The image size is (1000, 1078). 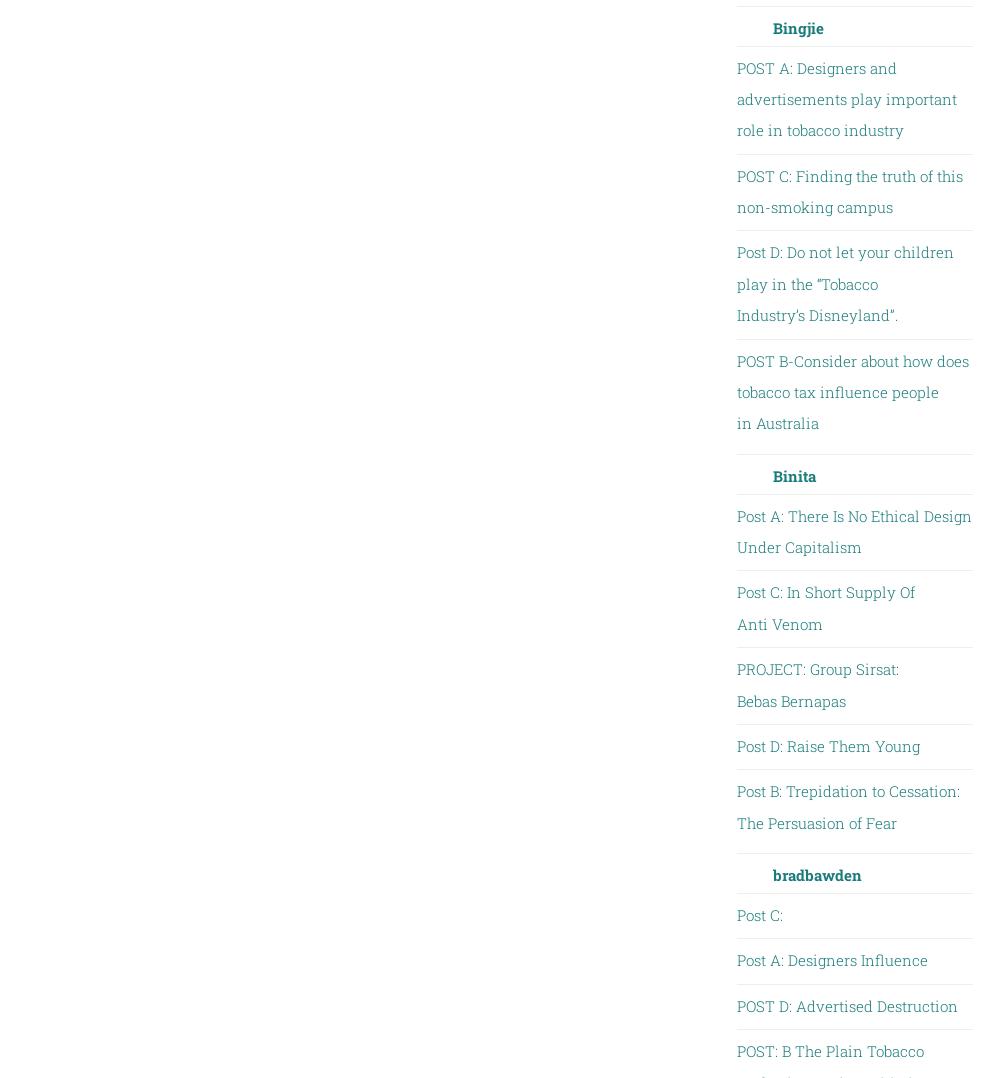 I want to click on 'Bingjie', so click(x=772, y=25).